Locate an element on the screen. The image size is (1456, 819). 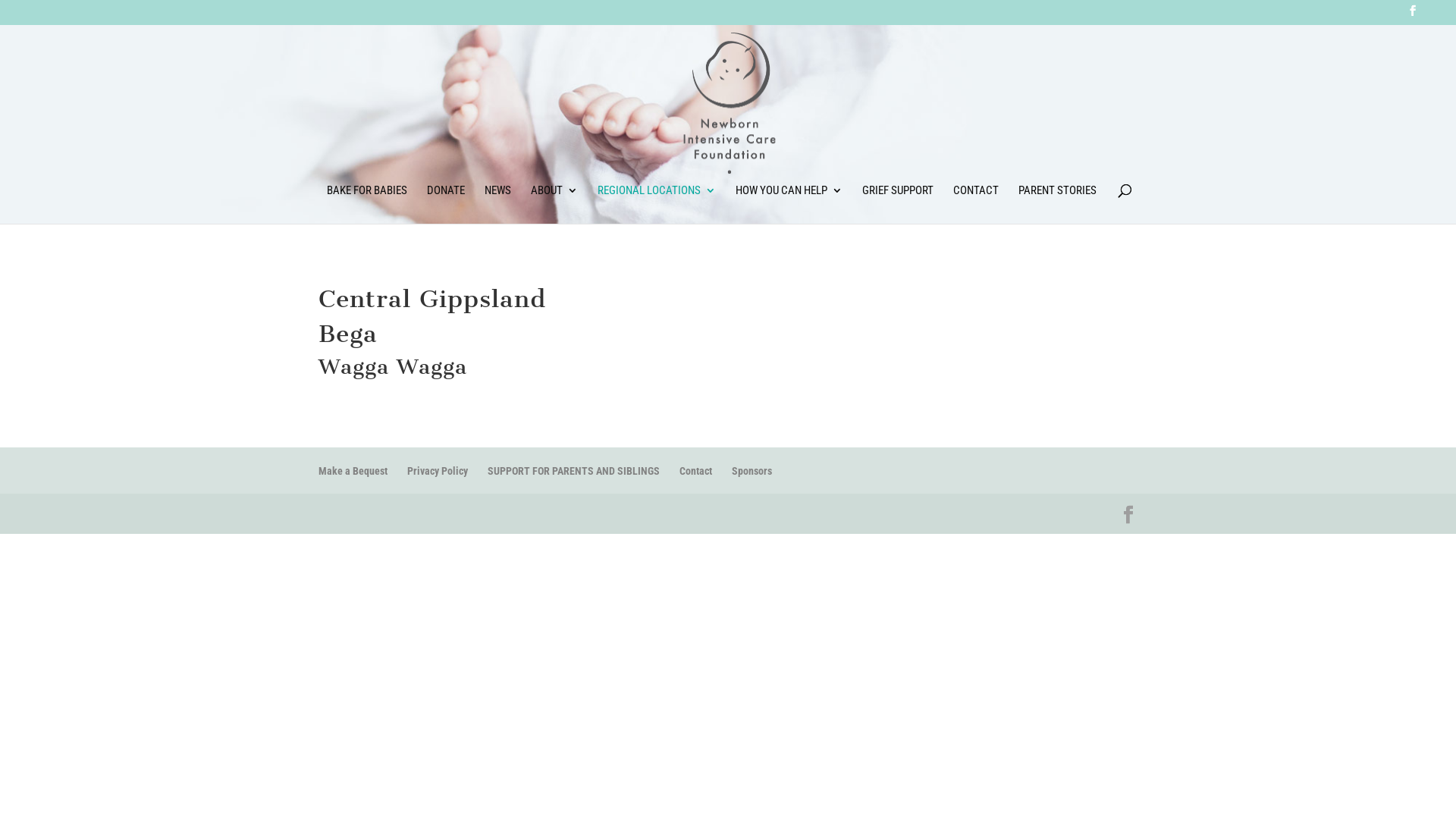
'Privacy Policy' is located at coordinates (436, 470).